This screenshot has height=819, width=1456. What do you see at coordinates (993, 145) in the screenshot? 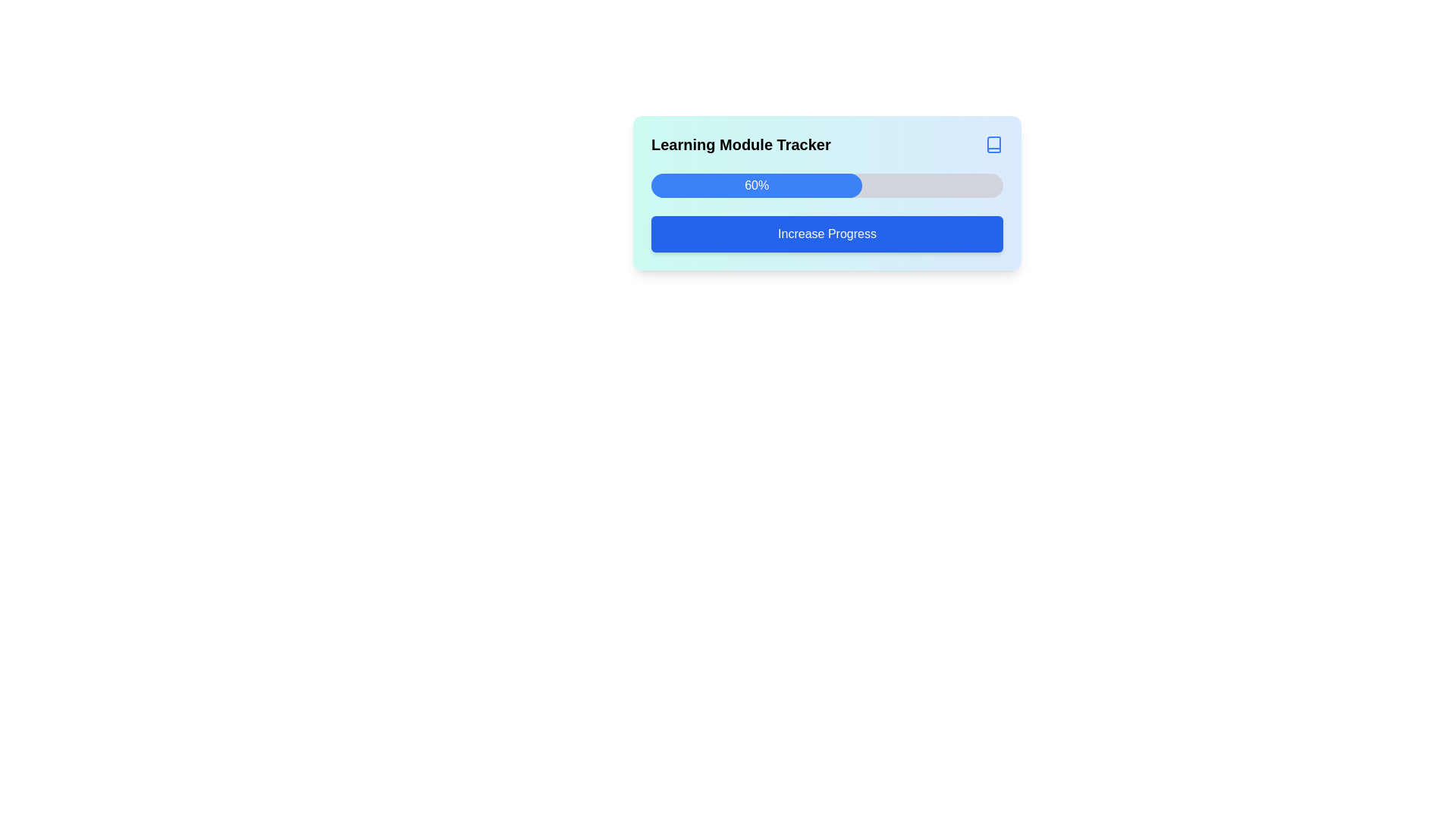
I see `the book-related icon located on the far right side of the header section next to the 'Learning Module Tracker' text` at bounding box center [993, 145].